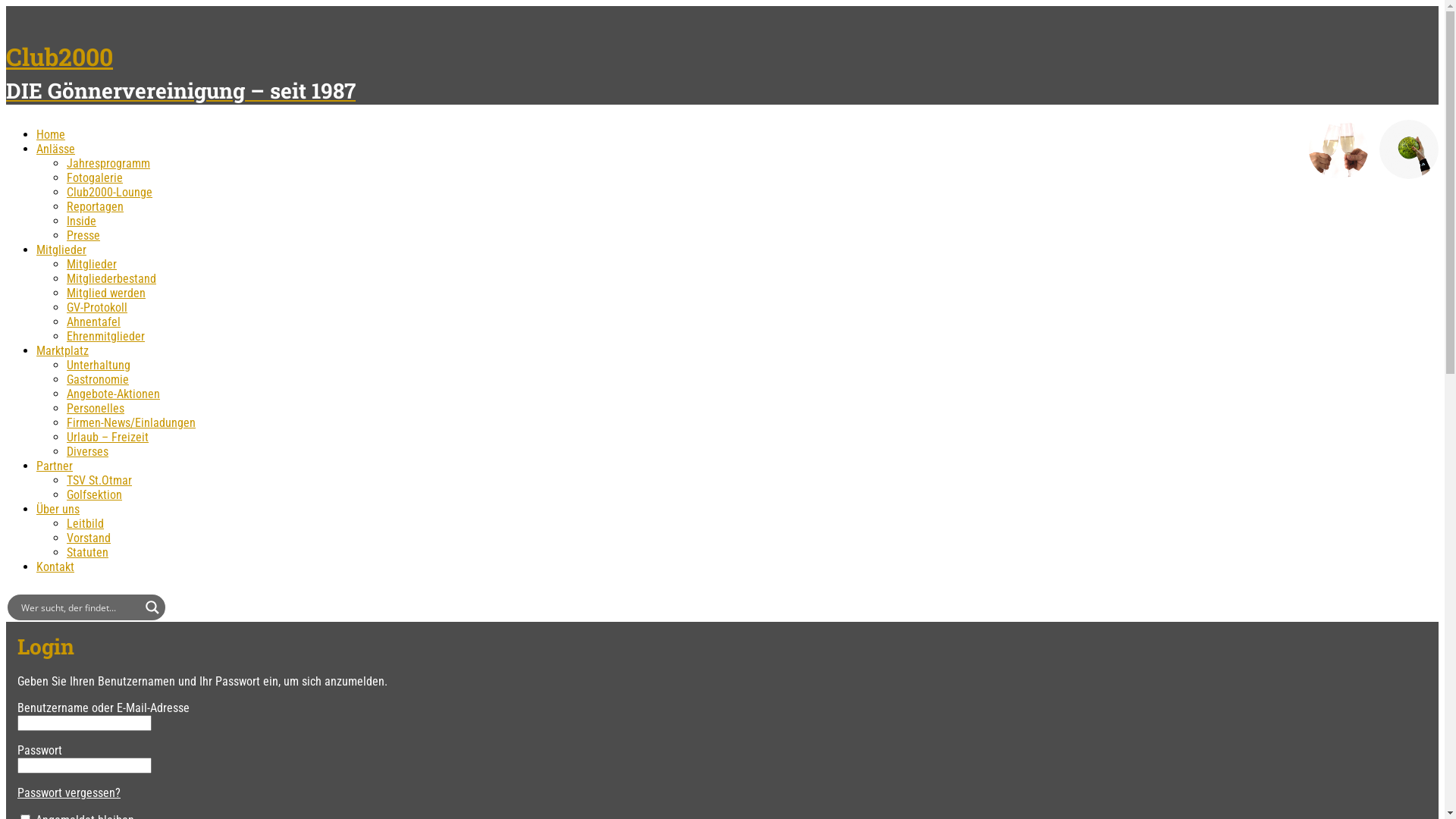 The height and width of the screenshot is (819, 1456). I want to click on 'Leitbild', so click(84, 522).